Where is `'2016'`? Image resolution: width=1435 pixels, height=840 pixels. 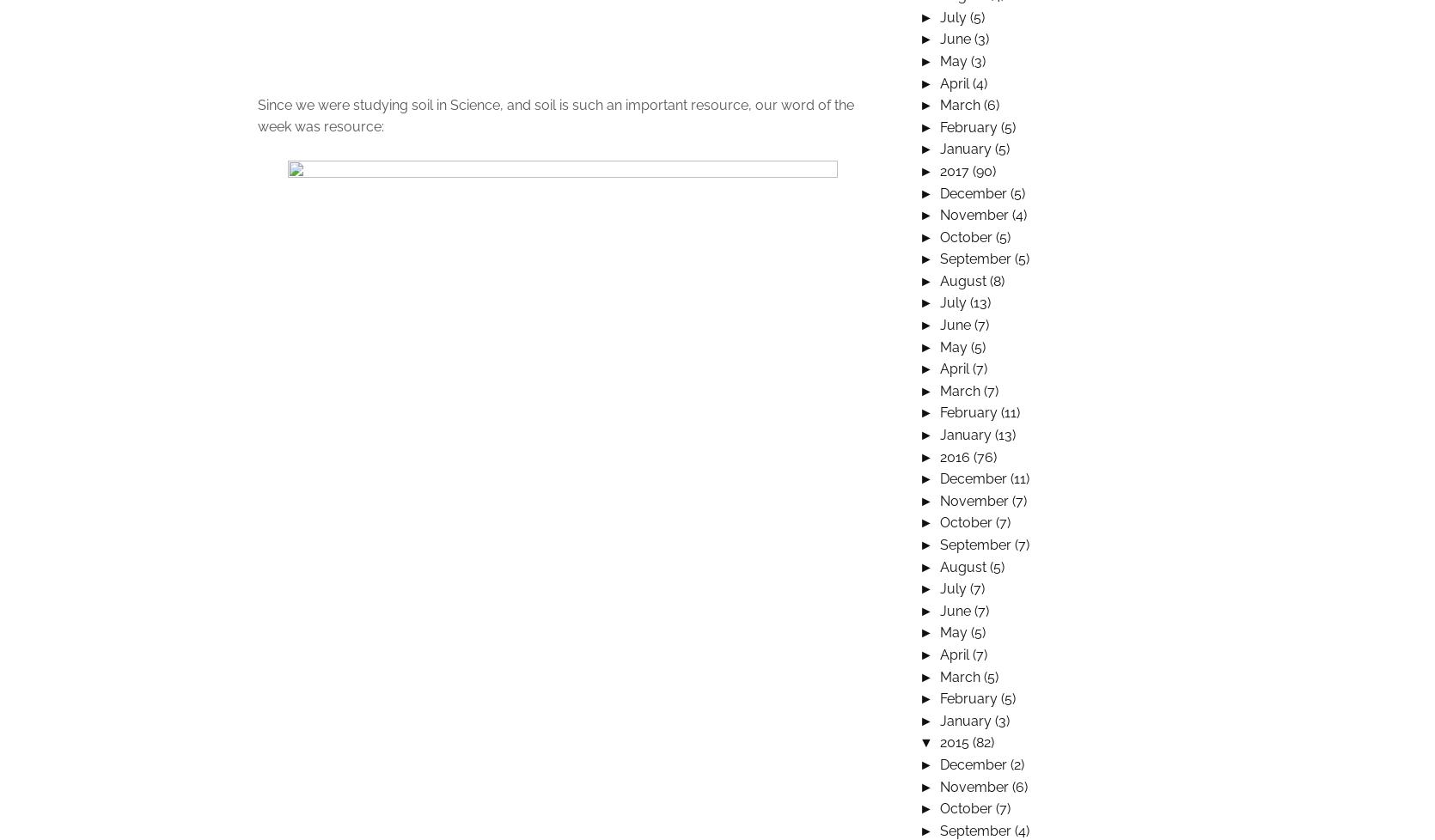
'2016' is located at coordinates (955, 456).